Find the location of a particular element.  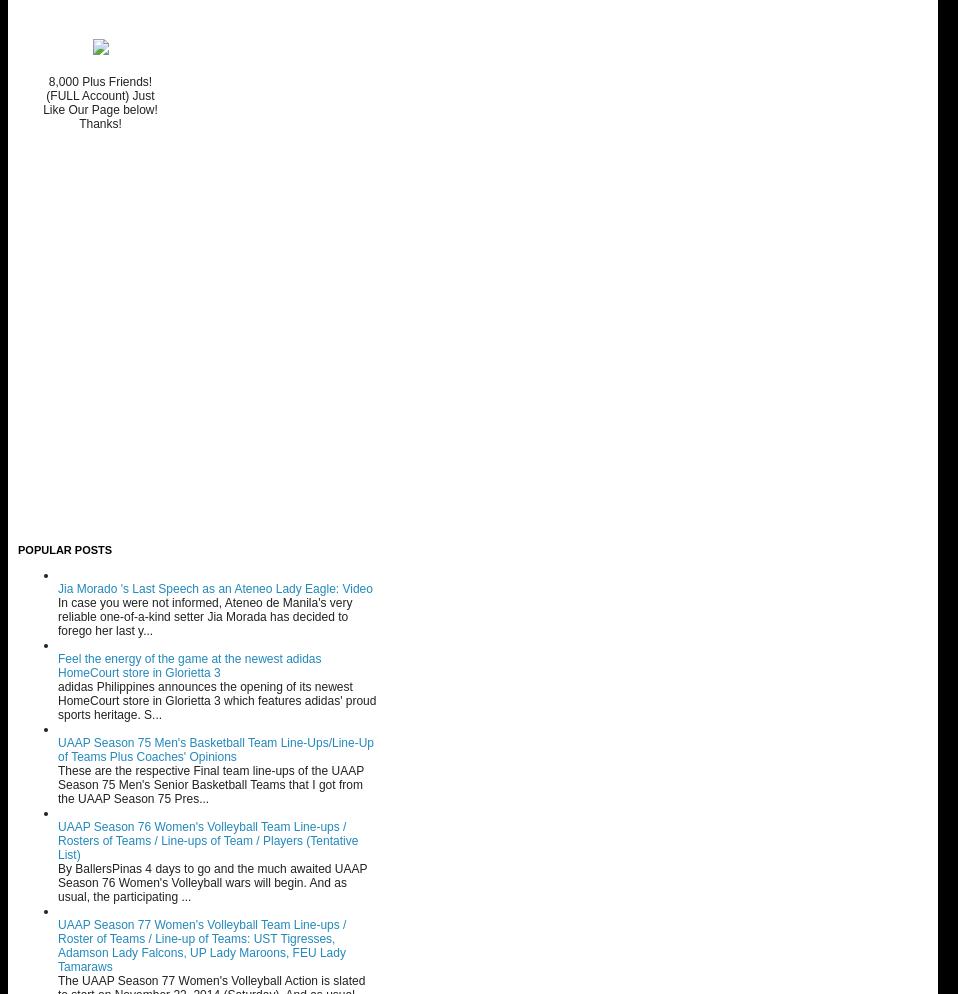

'UAAP Season 75 Men's Basketball Team Line-Ups/Line-Up of Teams Plus Coaches' Opinions' is located at coordinates (215, 748).